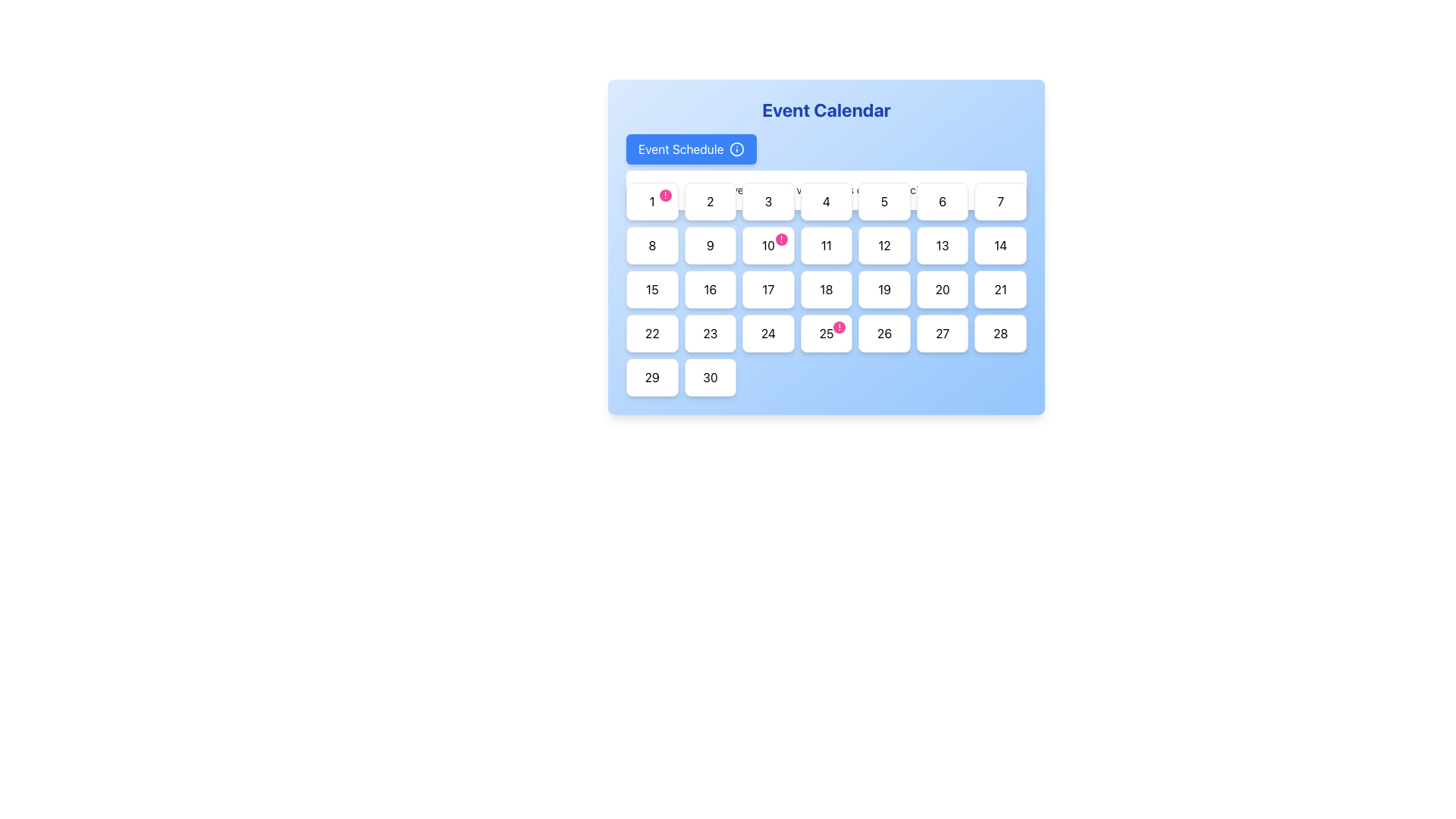  Describe the element at coordinates (1000, 245) in the screenshot. I see `the button representing the 14th day in the calendar grid` at that location.